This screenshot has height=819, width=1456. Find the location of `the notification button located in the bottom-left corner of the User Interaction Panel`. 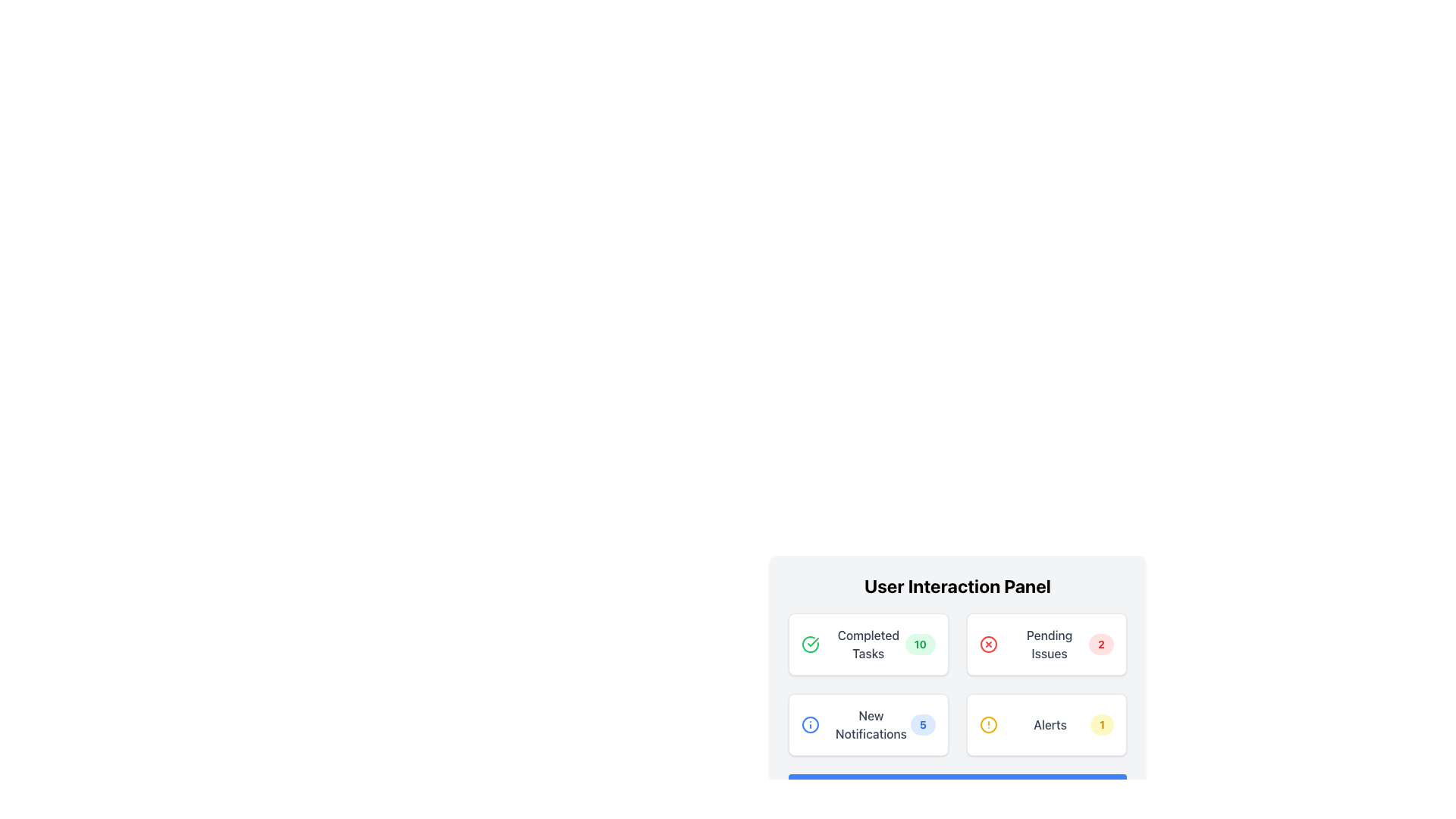

the notification button located in the bottom-left corner of the User Interaction Panel is located at coordinates (868, 724).